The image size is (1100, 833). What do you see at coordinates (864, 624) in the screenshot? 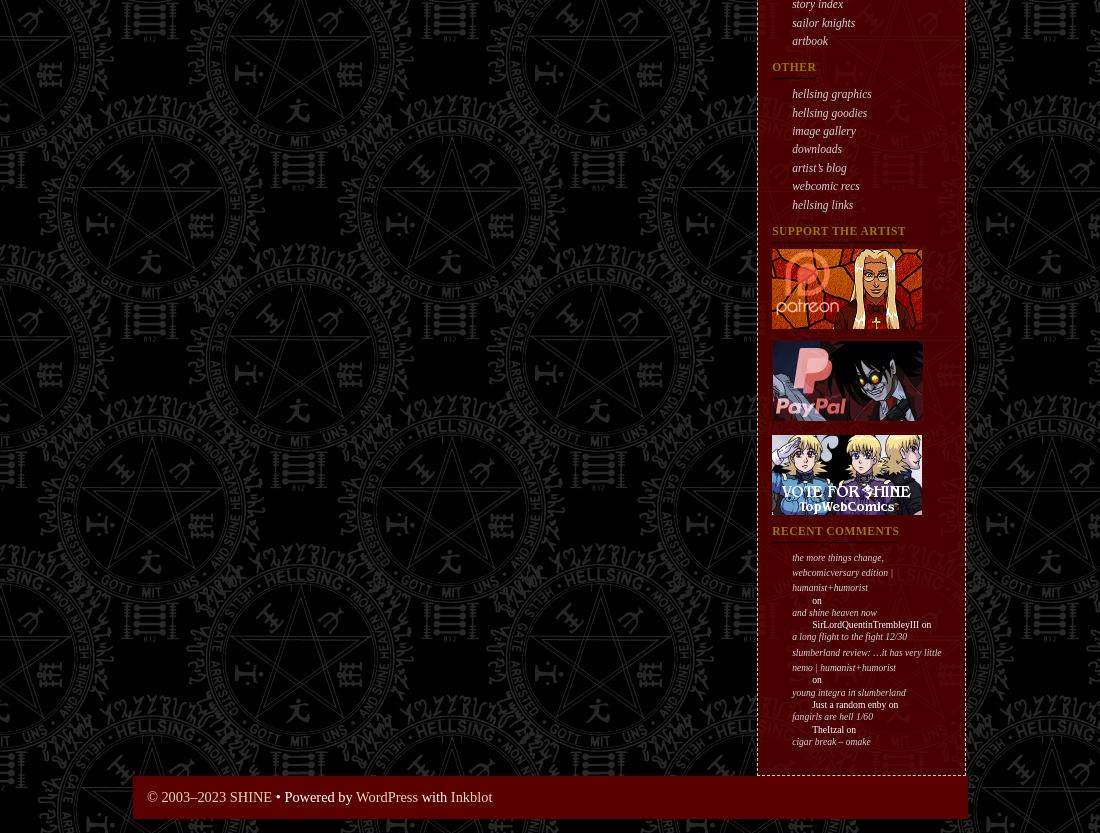
I see `'SirLordQuentinTrembleyIII'` at bounding box center [864, 624].